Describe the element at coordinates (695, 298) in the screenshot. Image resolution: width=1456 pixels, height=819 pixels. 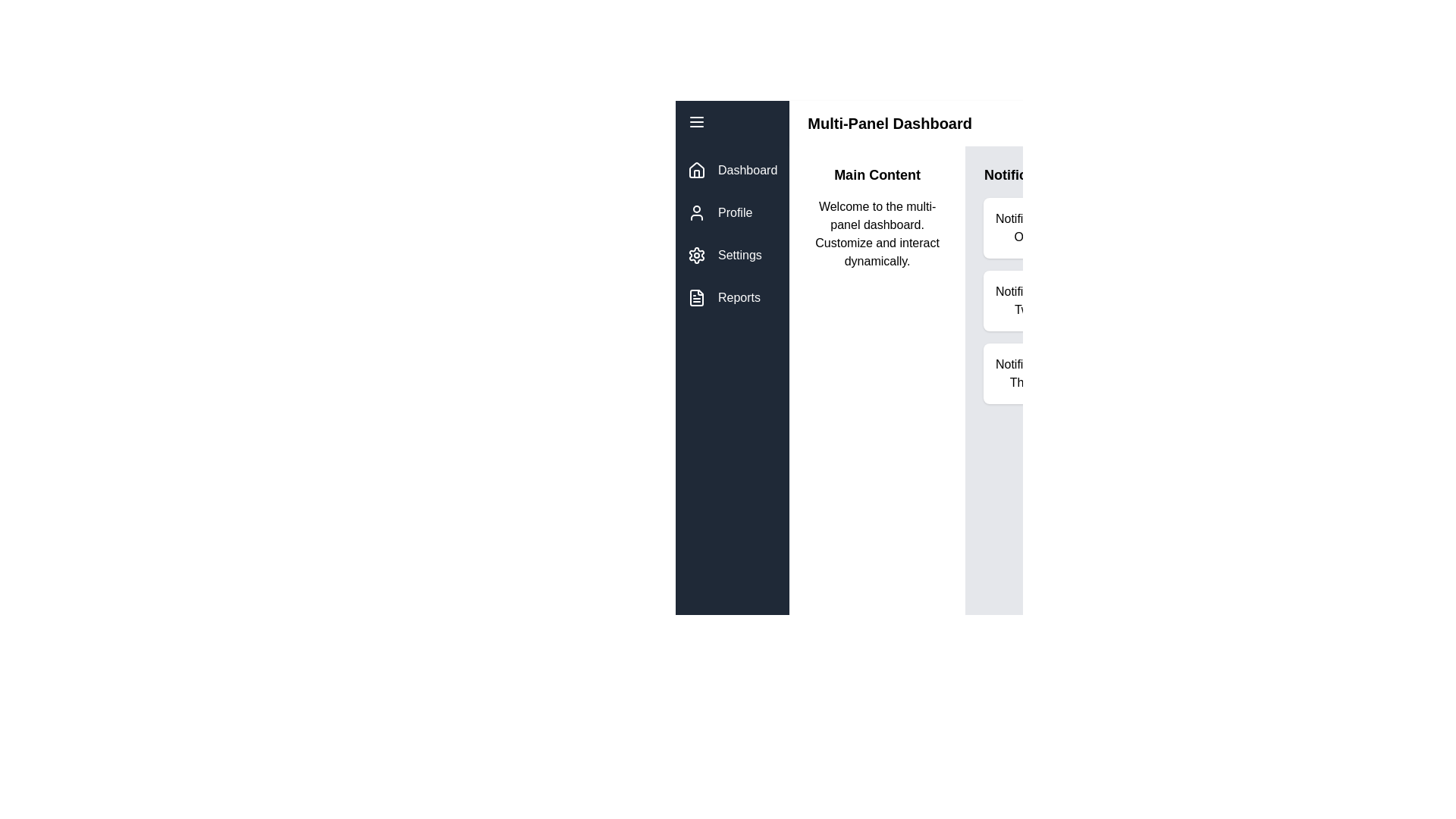
I see `the 'Reports' icon in the navigation menu for accessibility by moving the cursor to its center point` at that location.